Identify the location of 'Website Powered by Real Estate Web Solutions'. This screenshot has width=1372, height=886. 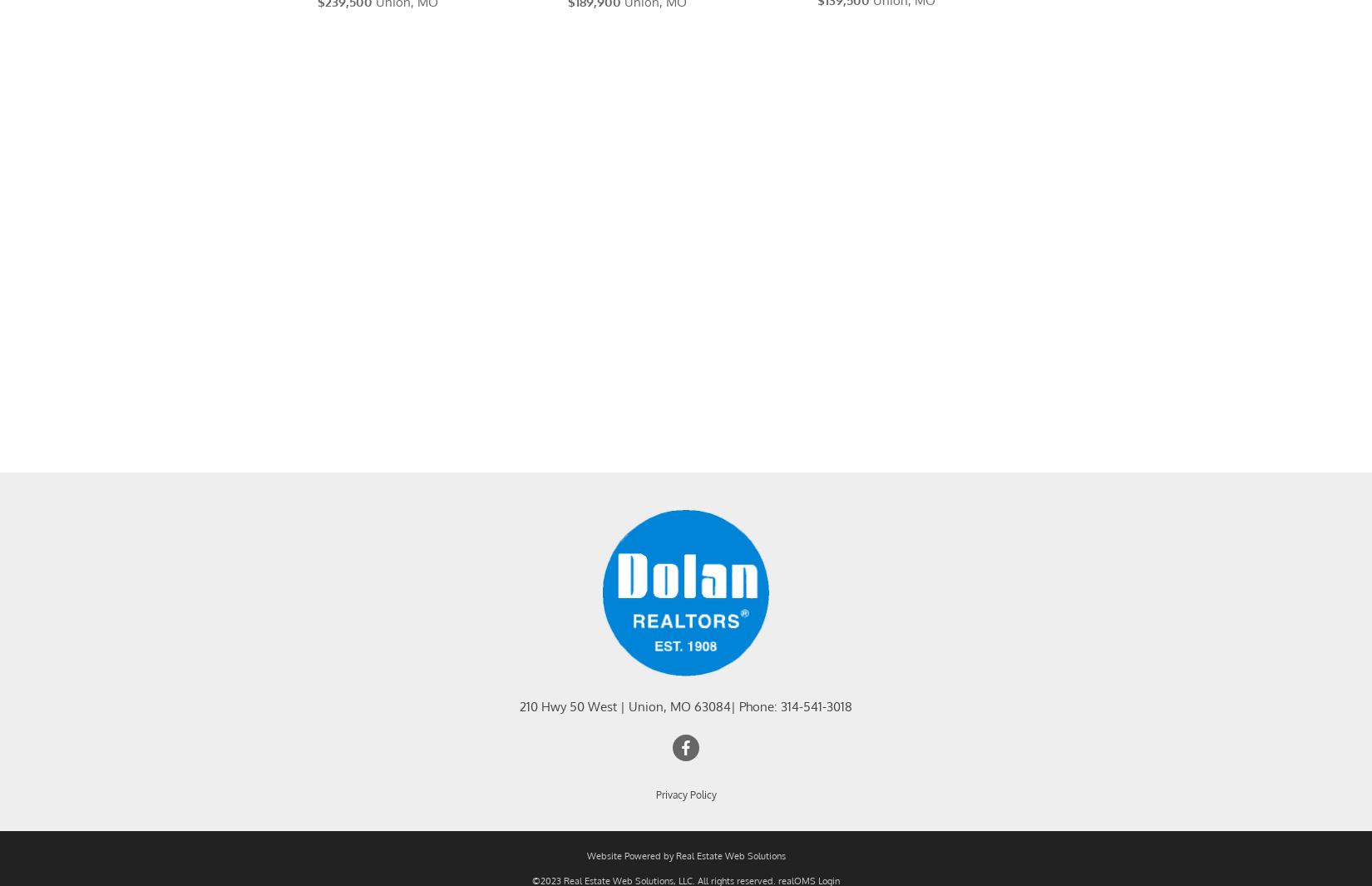
(684, 877).